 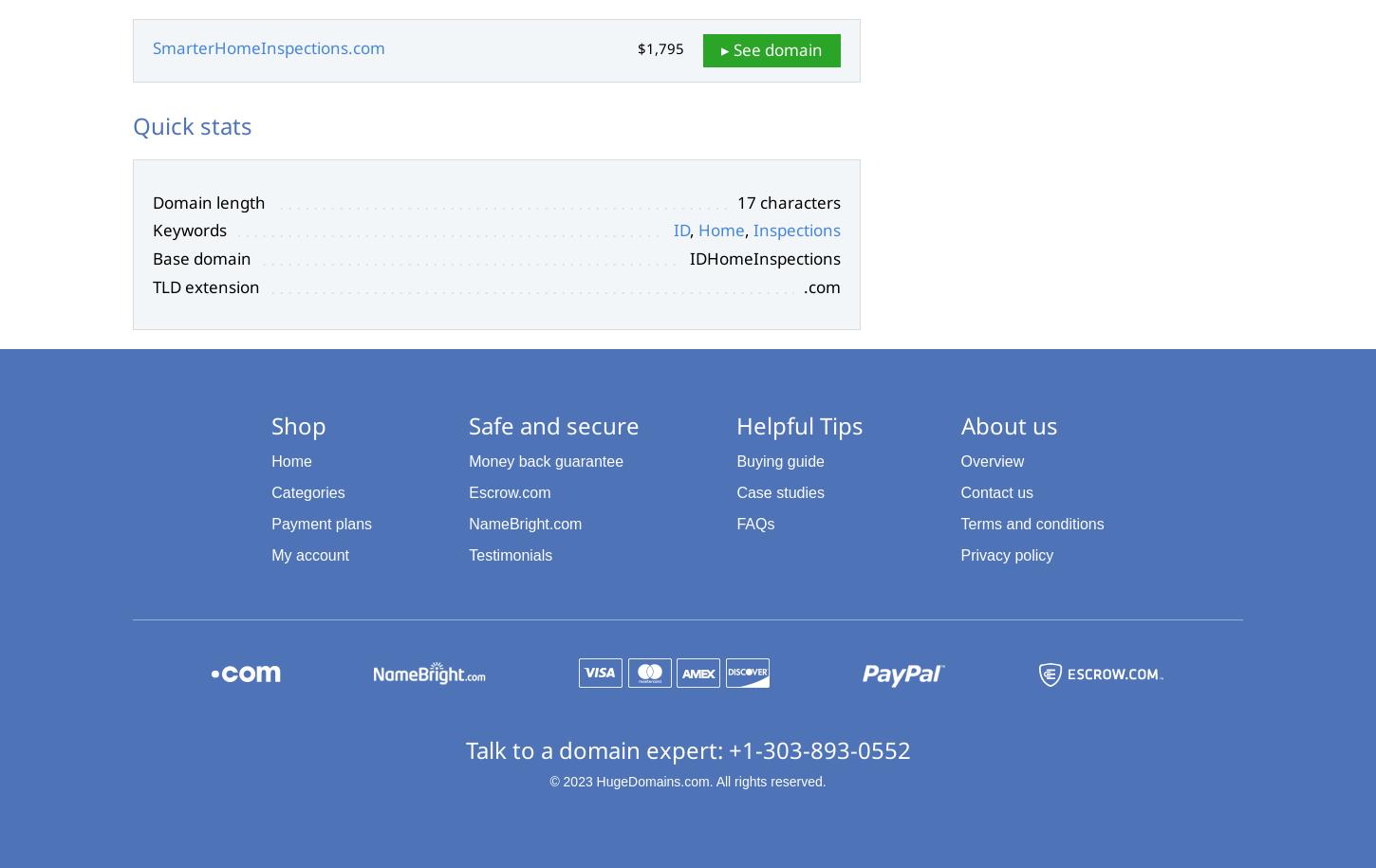 What do you see at coordinates (208, 201) in the screenshot?
I see `'Domain length'` at bounding box center [208, 201].